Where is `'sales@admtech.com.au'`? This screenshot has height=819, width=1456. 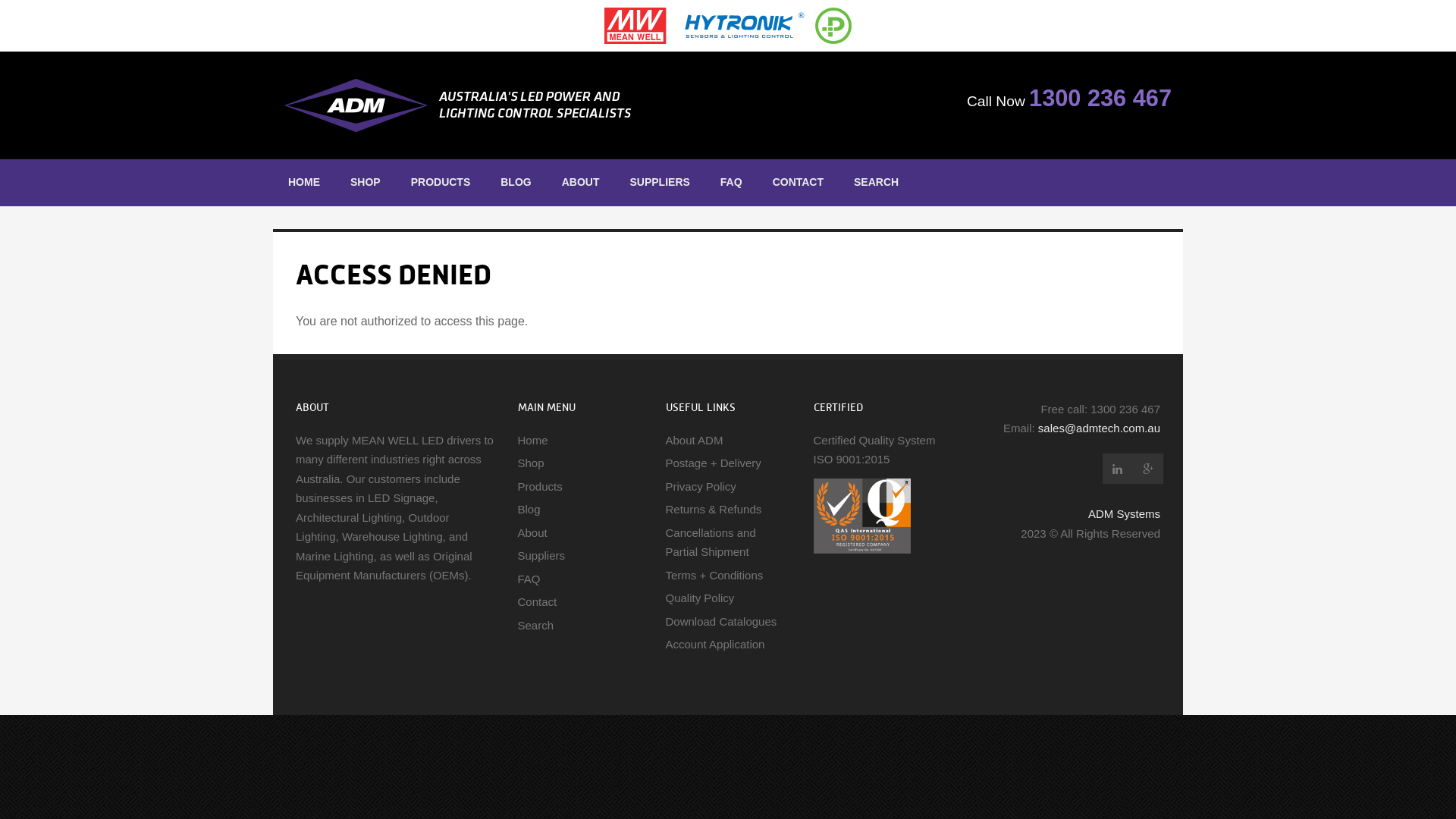
'sales@admtech.com.au' is located at coordinates (1099, 428).